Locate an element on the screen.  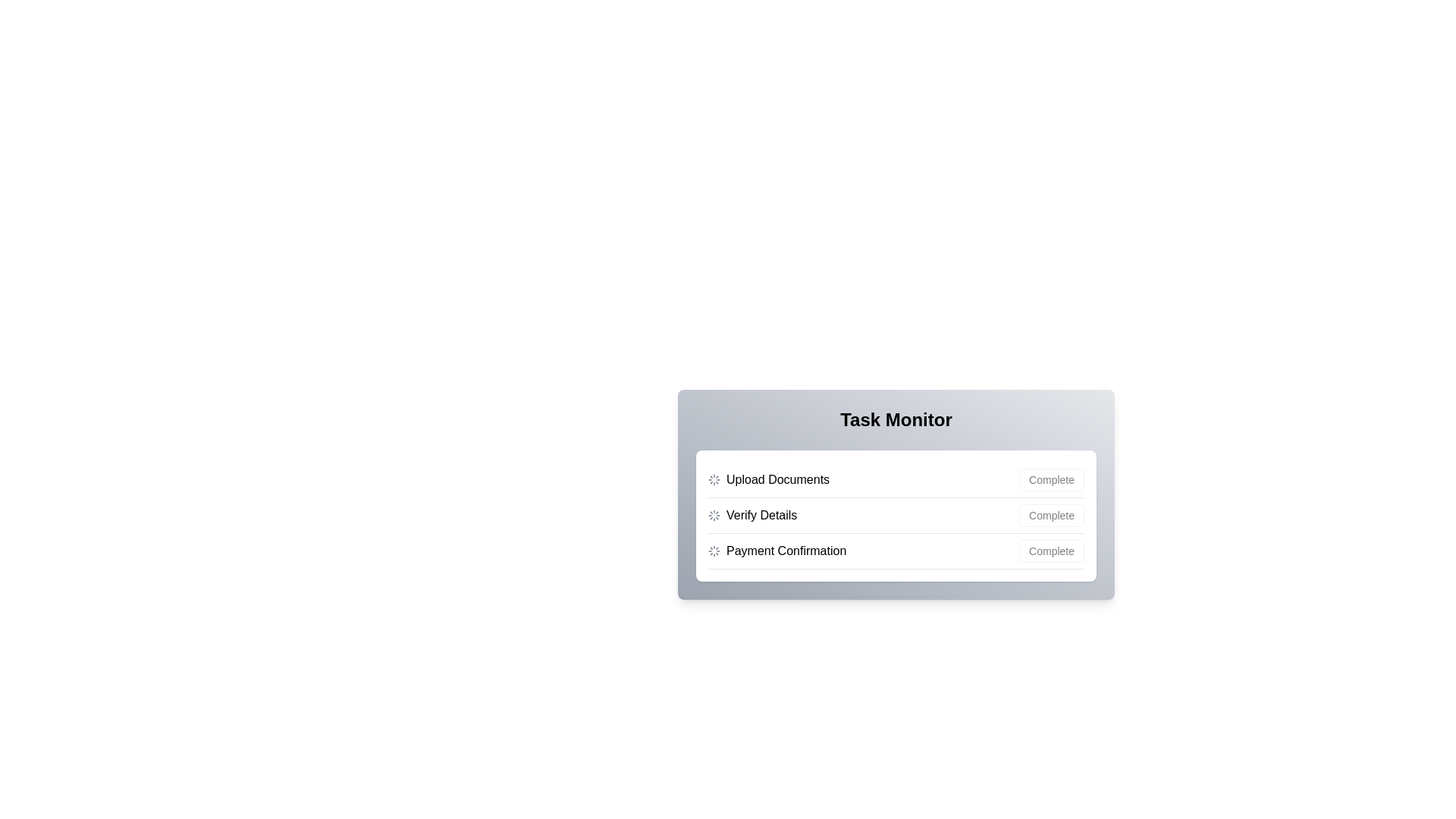
the first List Item with Interactive Button in the 'Task Monitor' panel is located at coordinates (896, 479).